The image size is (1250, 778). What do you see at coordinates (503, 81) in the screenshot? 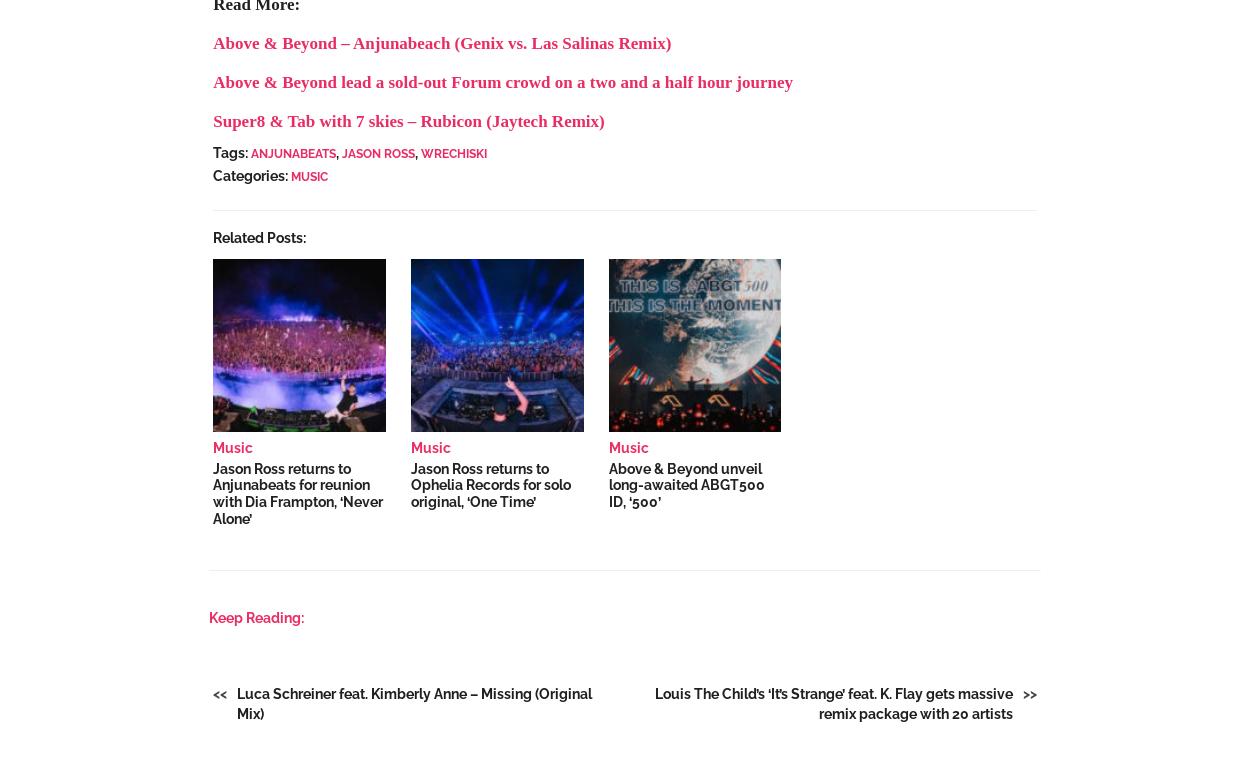
I see `'Above & Beyond lead a sold-out Forum crowd on a two and a half hour journey'` at bounding box center [503, 81].